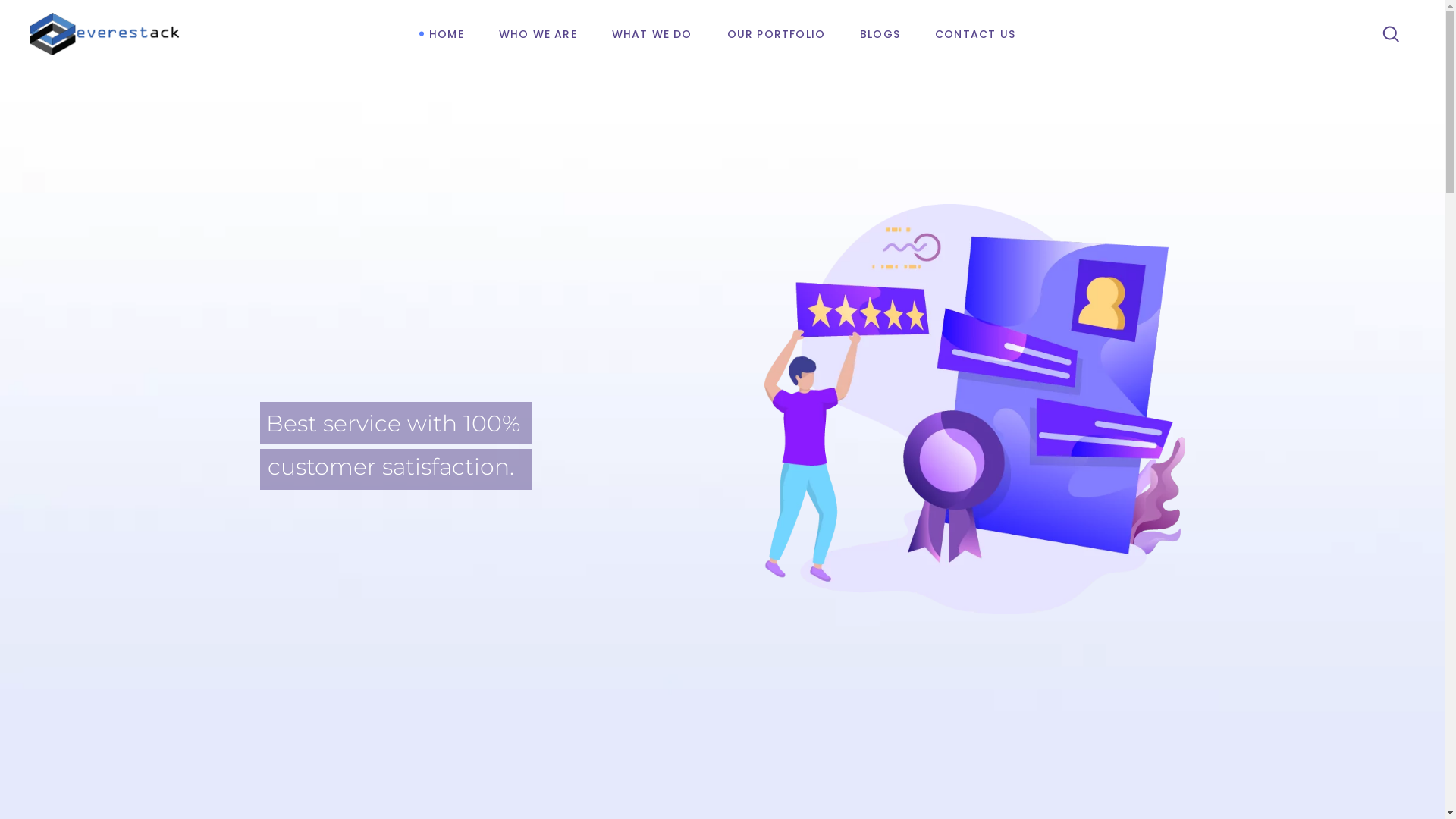  Describe the element at coordinates (538, 34) in the screenshot. I see `'WHO WE ARE'` at that location.